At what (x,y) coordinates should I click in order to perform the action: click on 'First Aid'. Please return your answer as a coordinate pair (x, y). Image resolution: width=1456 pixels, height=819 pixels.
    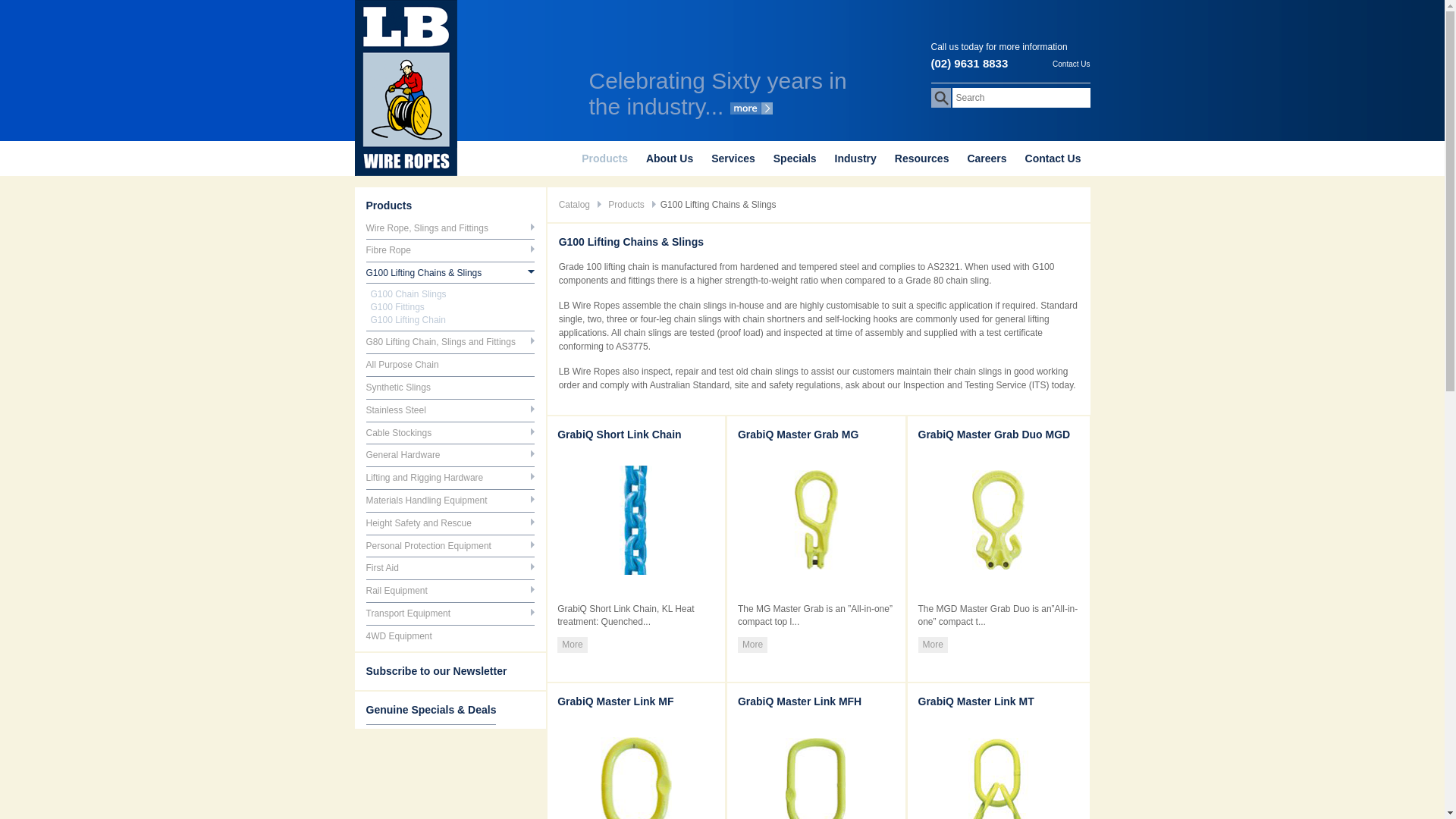
    Looking at the image, I should click on (381, 567).